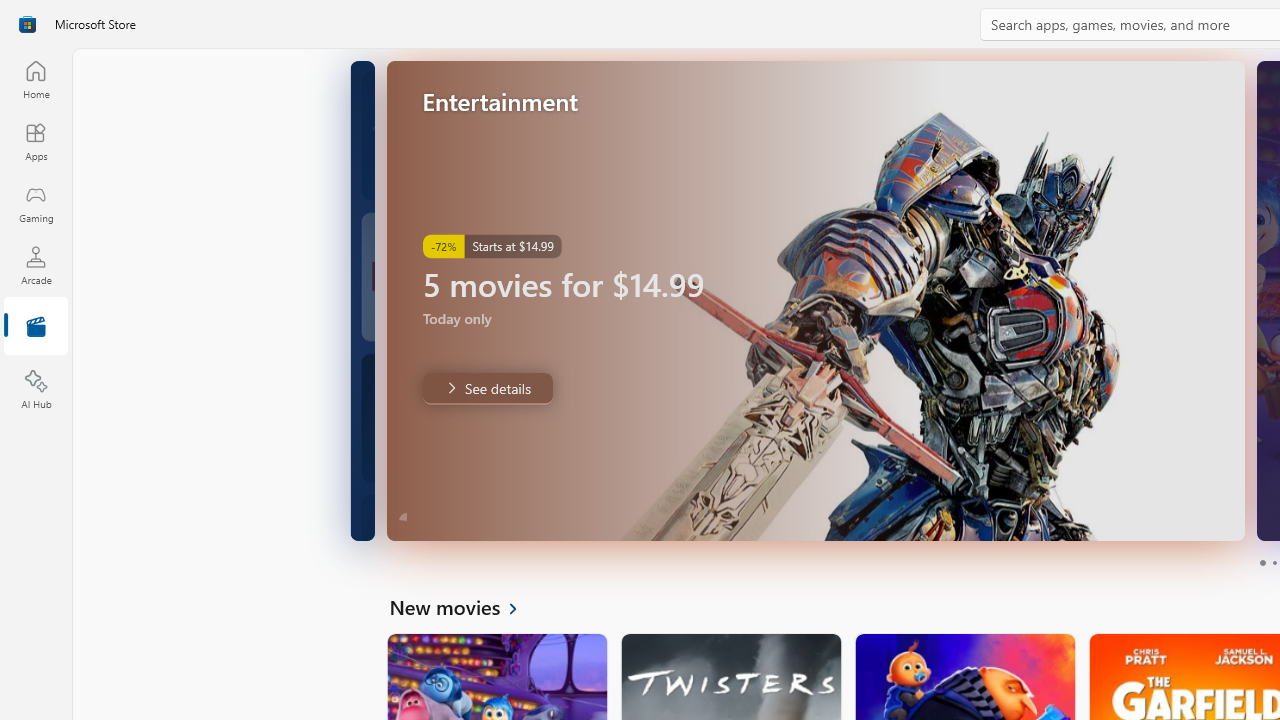 This screenshot has width=1280, height=720. Describe the element at coordinates (35, 203) in the screenshot. I see `'Gaming'` at that location.